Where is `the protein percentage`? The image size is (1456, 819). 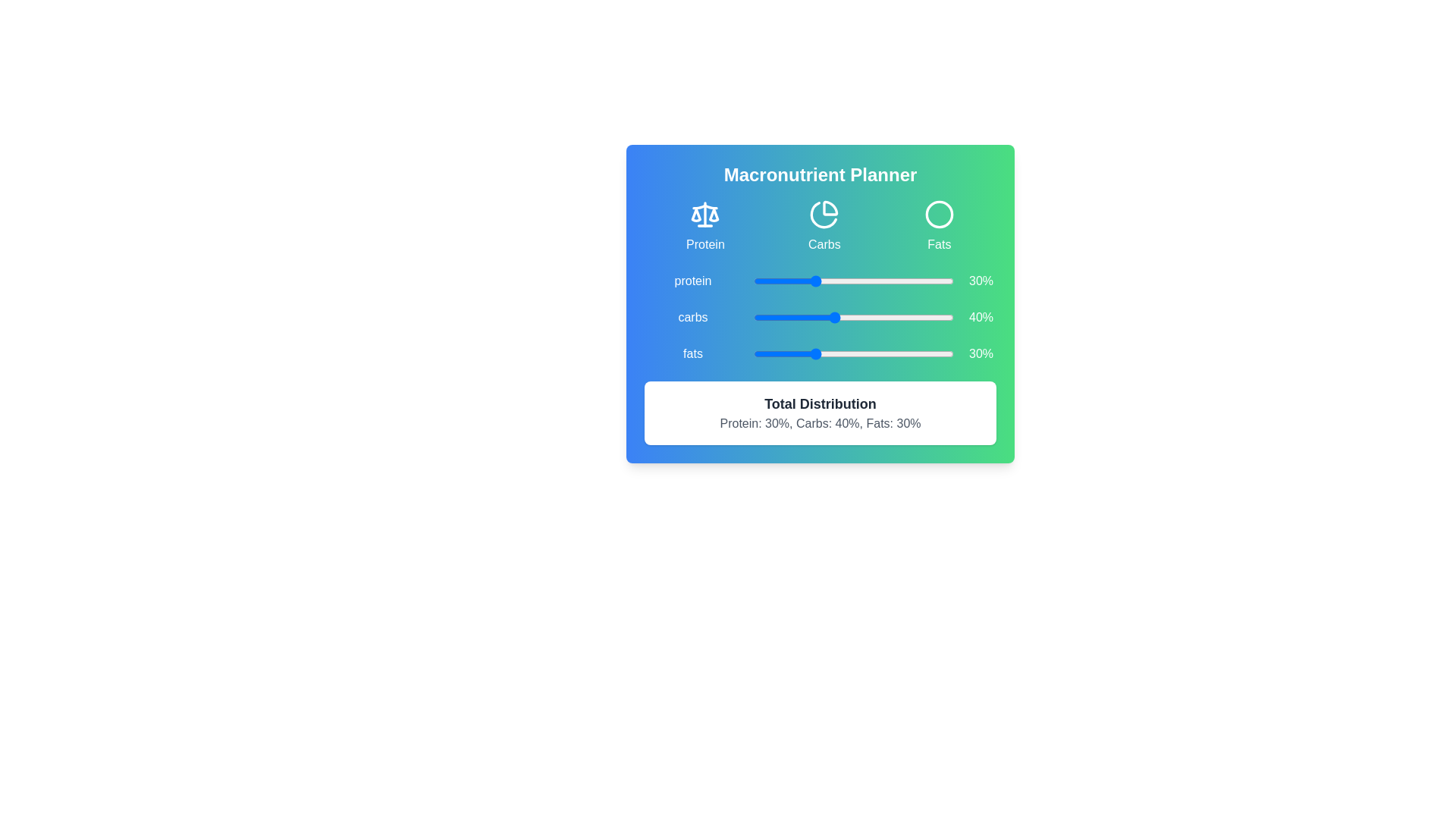
the protein percentage is located at coordinates (782, 281).